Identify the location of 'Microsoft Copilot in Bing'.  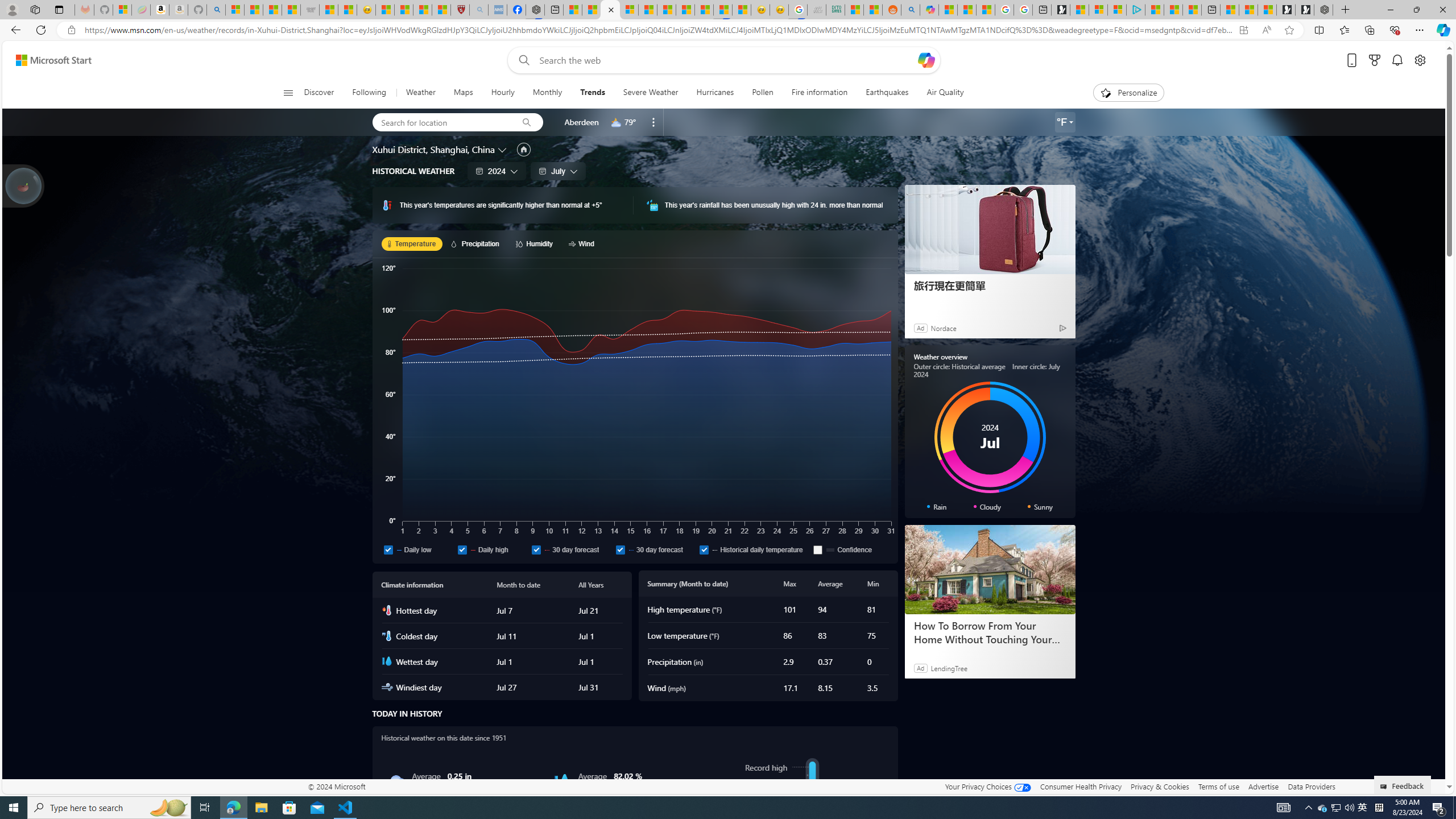
(929, 9).